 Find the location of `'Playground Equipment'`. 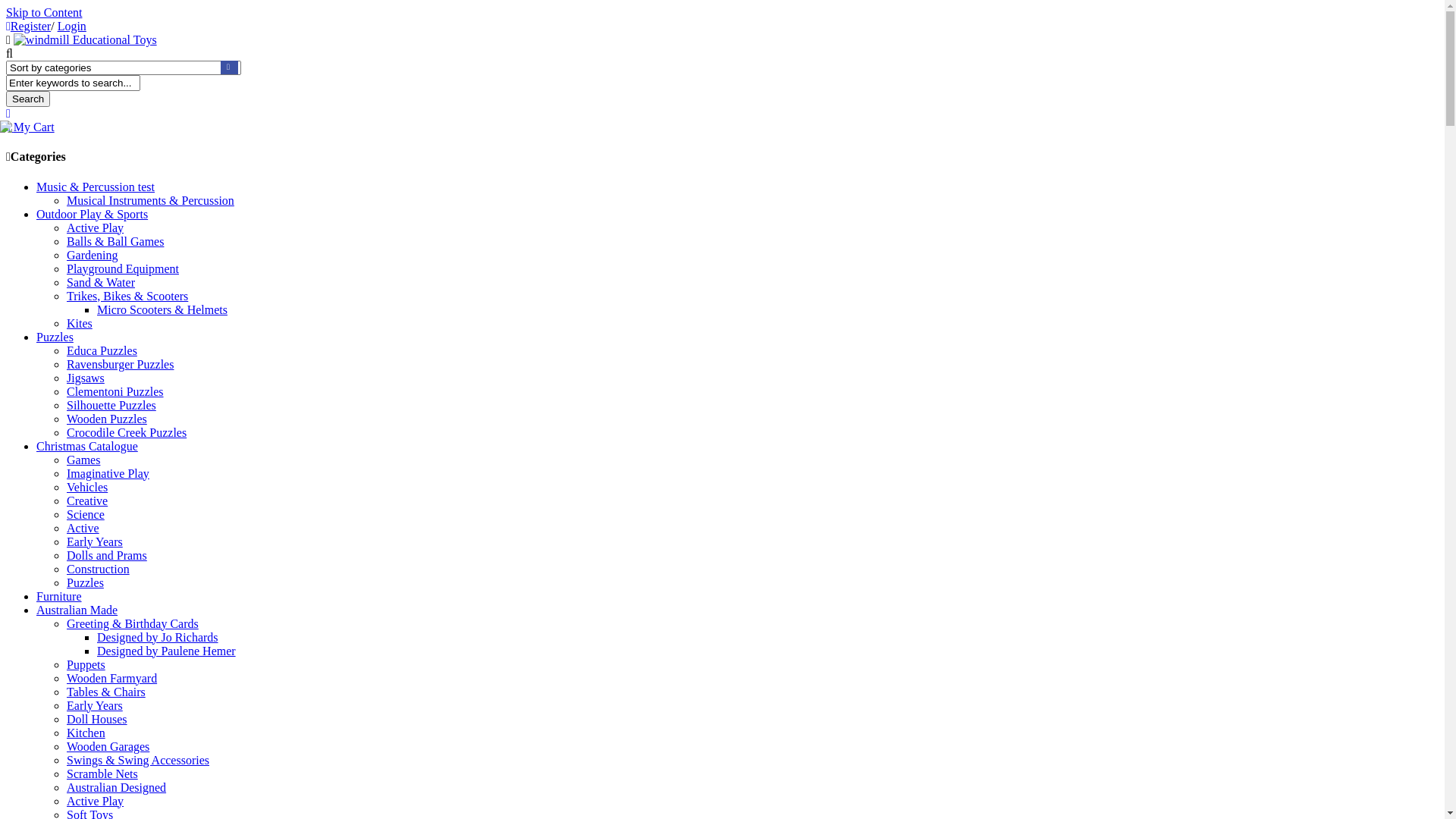

'Playground Equipment' is located at coordinates (123, 268).